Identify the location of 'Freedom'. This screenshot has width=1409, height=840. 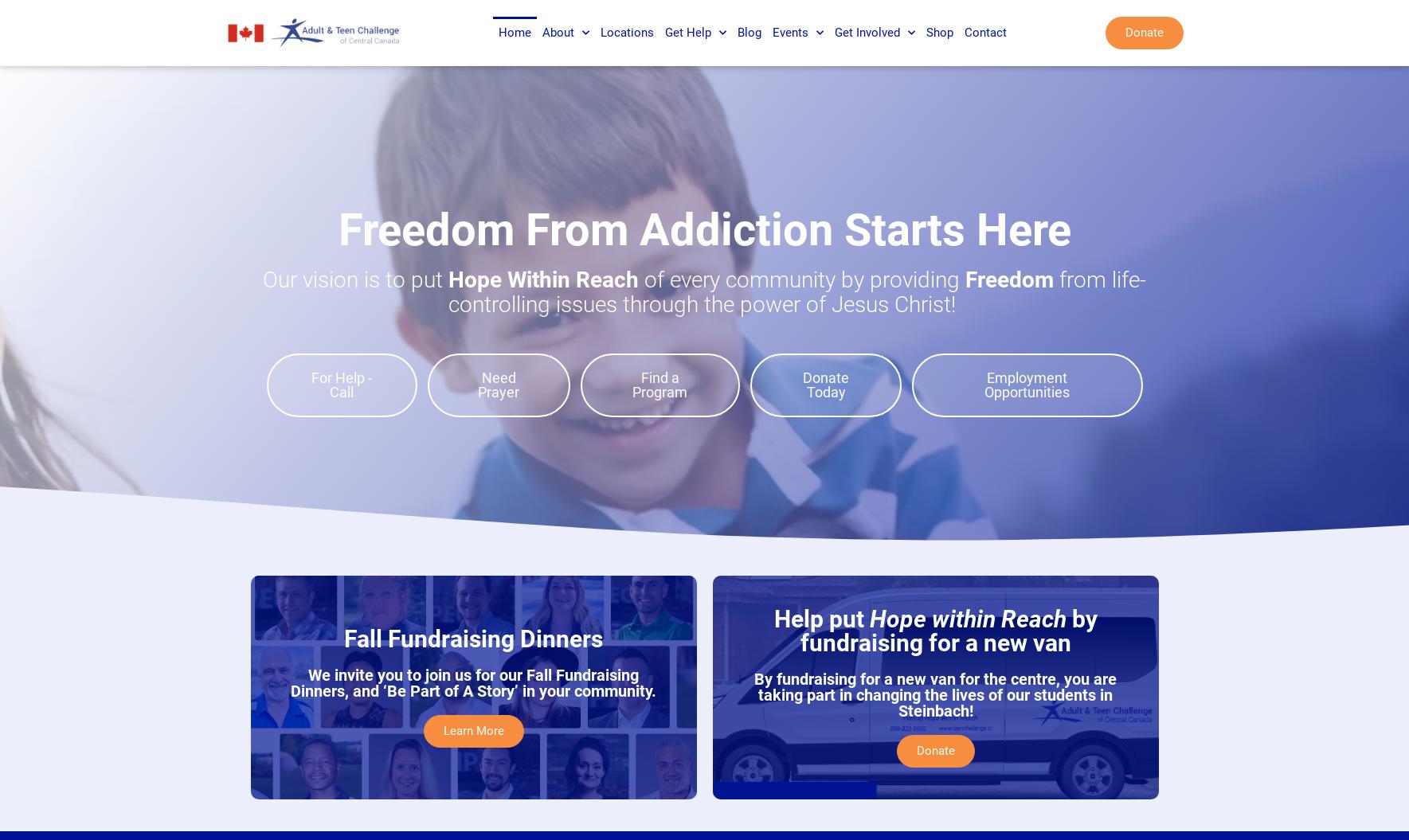
(1012, 279).